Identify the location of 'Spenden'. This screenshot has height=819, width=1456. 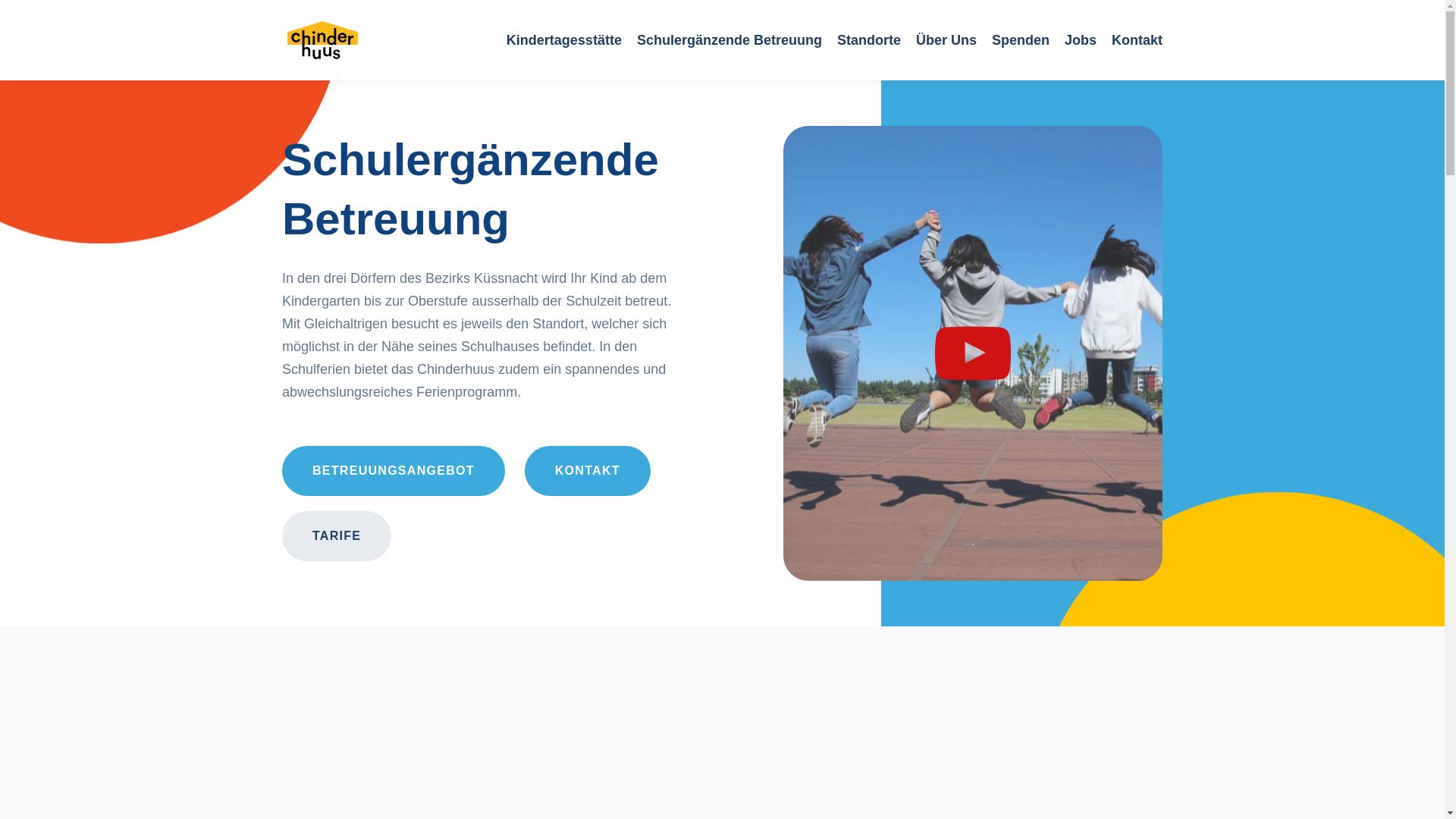
(1020, 39).